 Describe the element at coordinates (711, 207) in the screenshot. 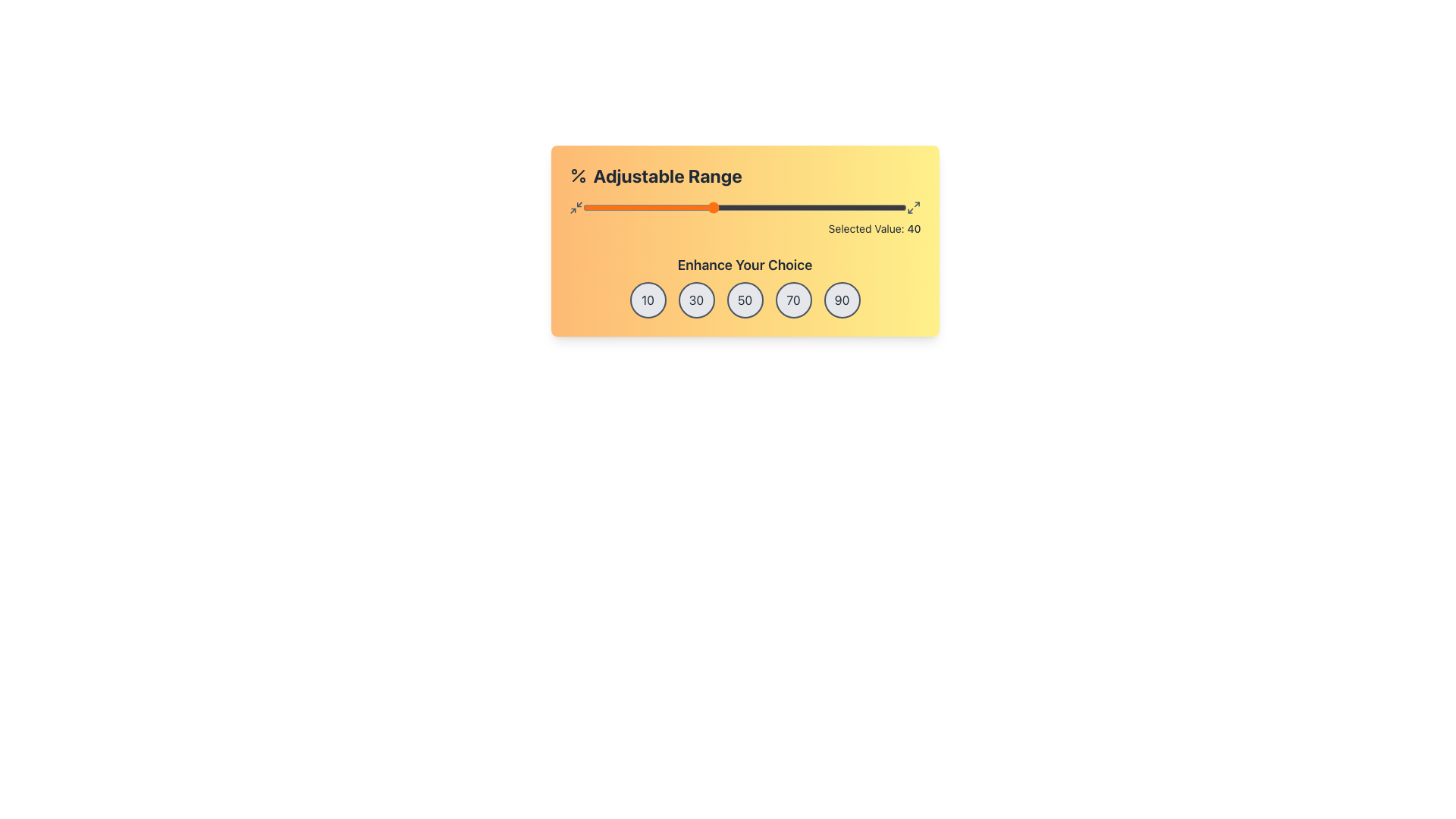

I see `the percentage` at that location.